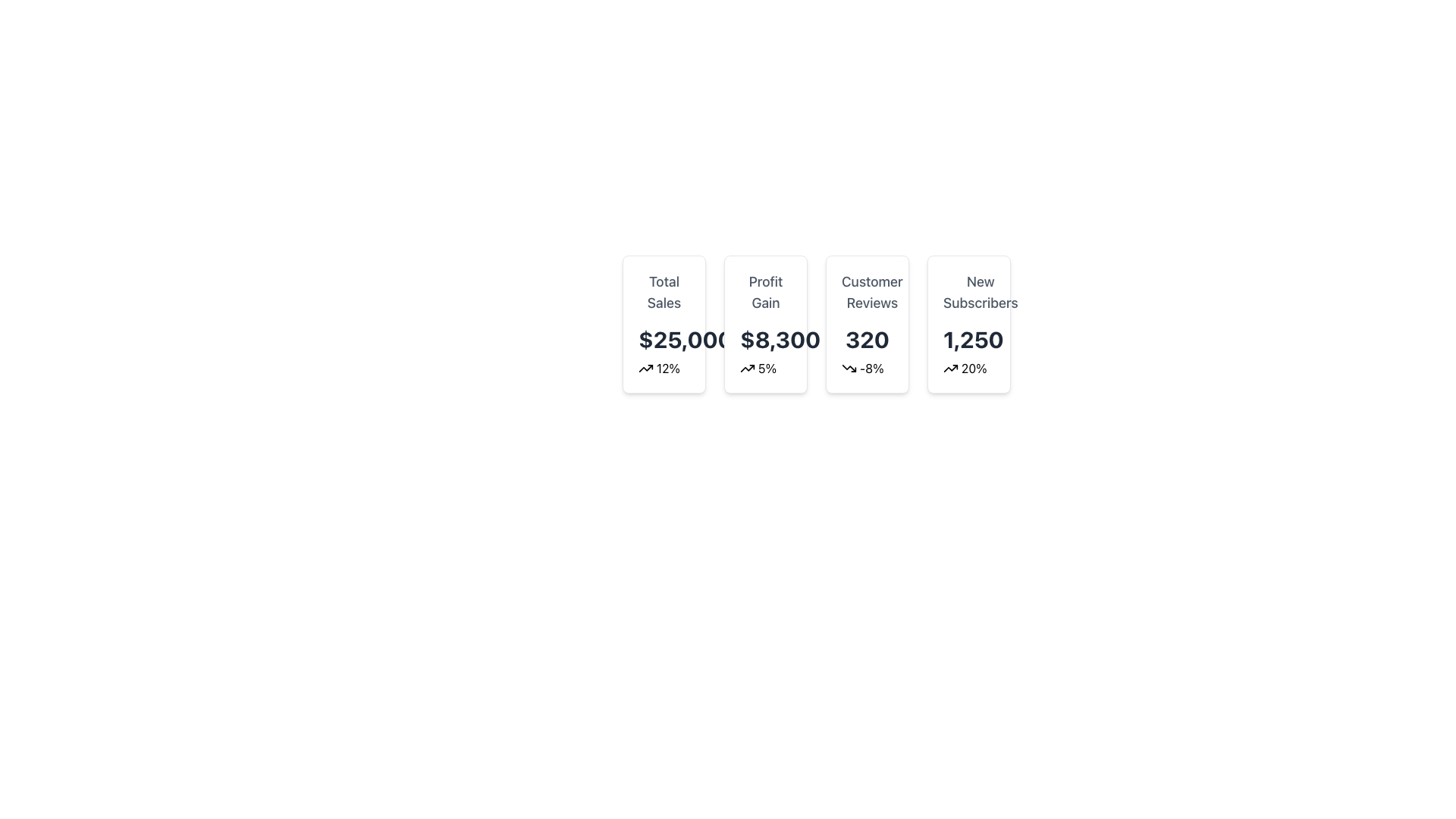 The image size is (1456, 819). I want to click on the descriptive header text label for 'New Subscribers' located at the upper-center of the fourth card to associate it with the underlying data, so click(981, 292).